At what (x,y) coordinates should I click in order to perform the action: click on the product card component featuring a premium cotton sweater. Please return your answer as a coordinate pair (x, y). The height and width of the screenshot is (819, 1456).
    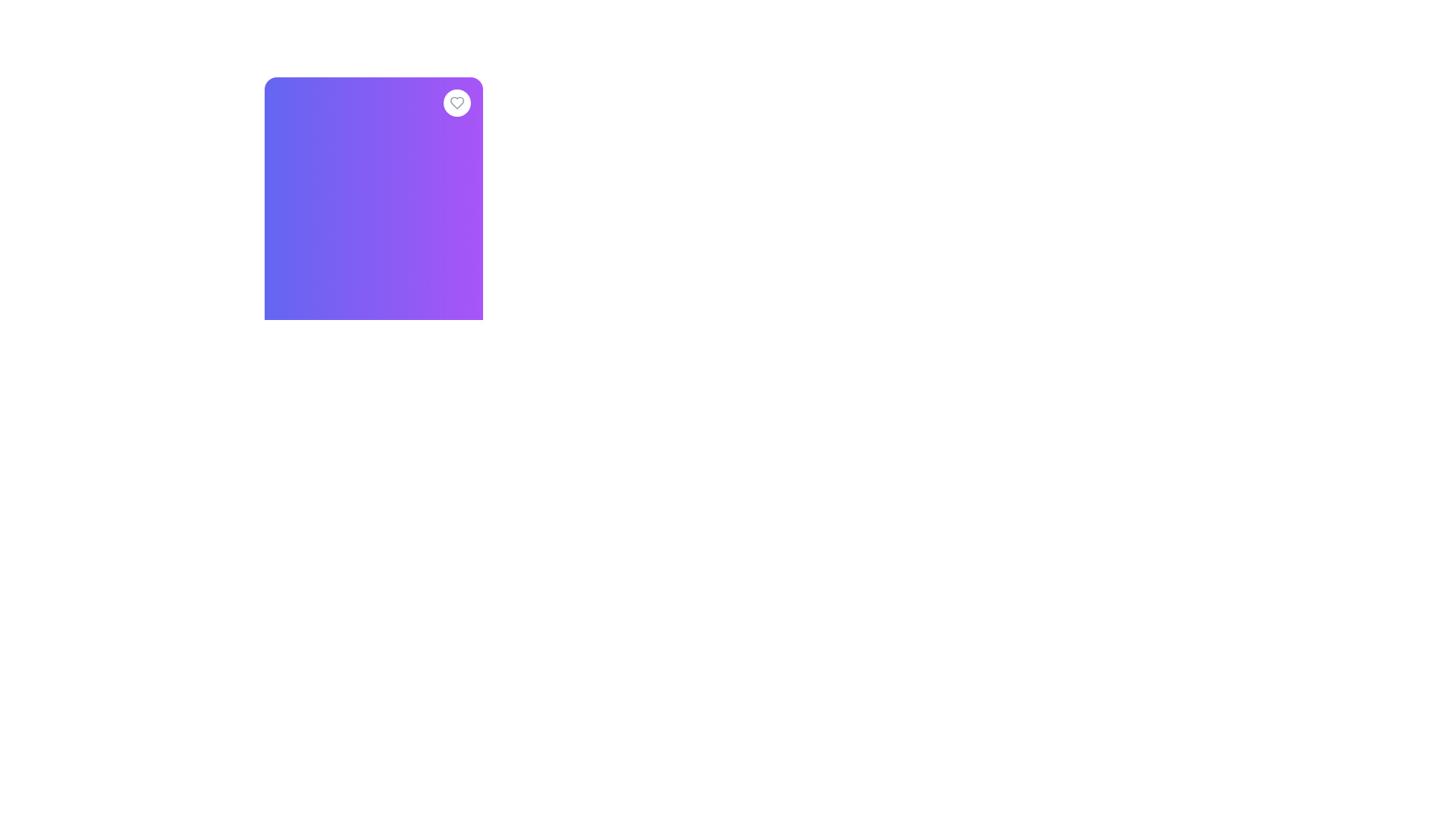
    Looking at the image, I should click on (374, 184).